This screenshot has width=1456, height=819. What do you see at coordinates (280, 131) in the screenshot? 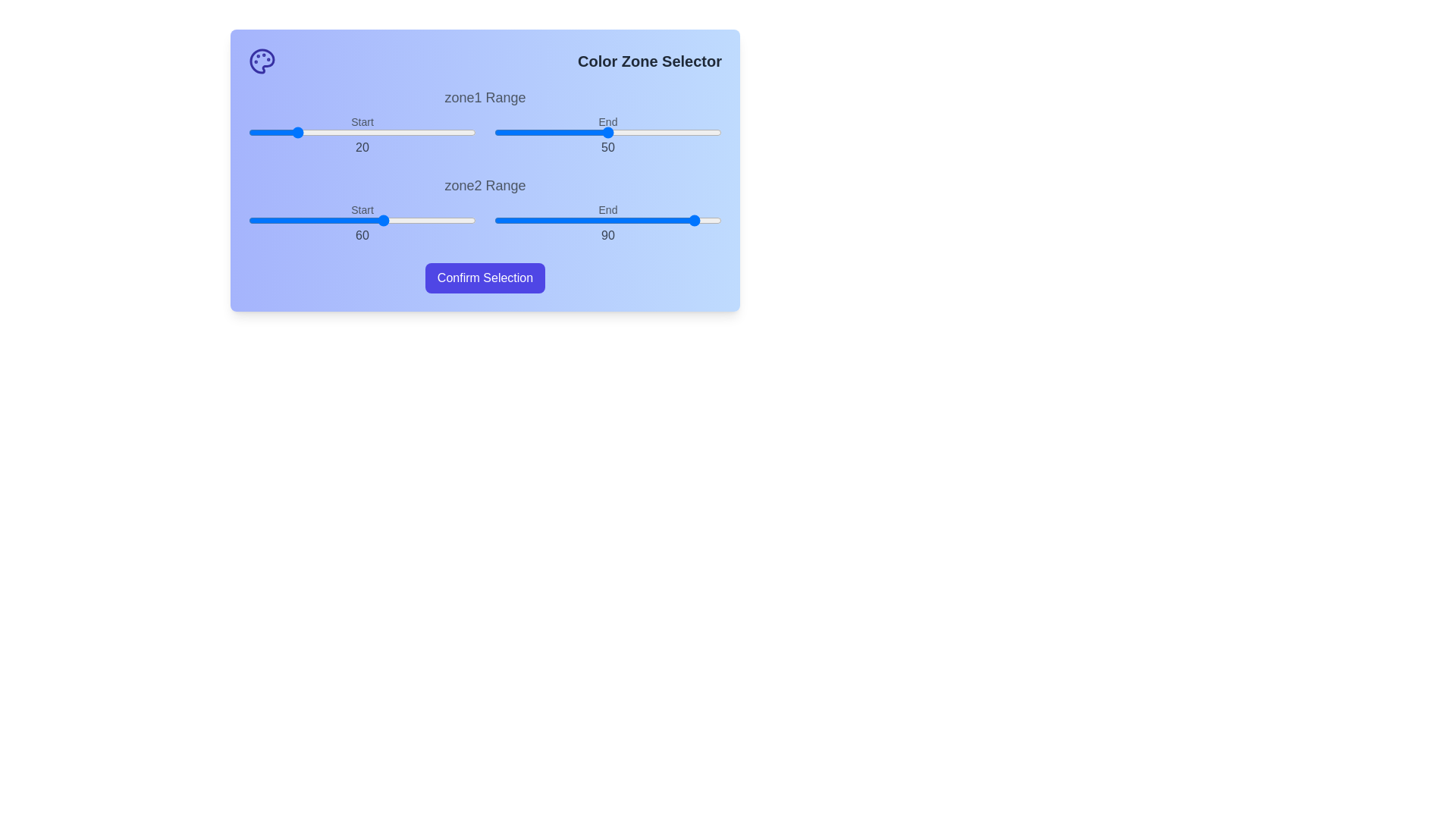
I see `the start range slider for zone1 to 14` at bounding box center [280, 131].